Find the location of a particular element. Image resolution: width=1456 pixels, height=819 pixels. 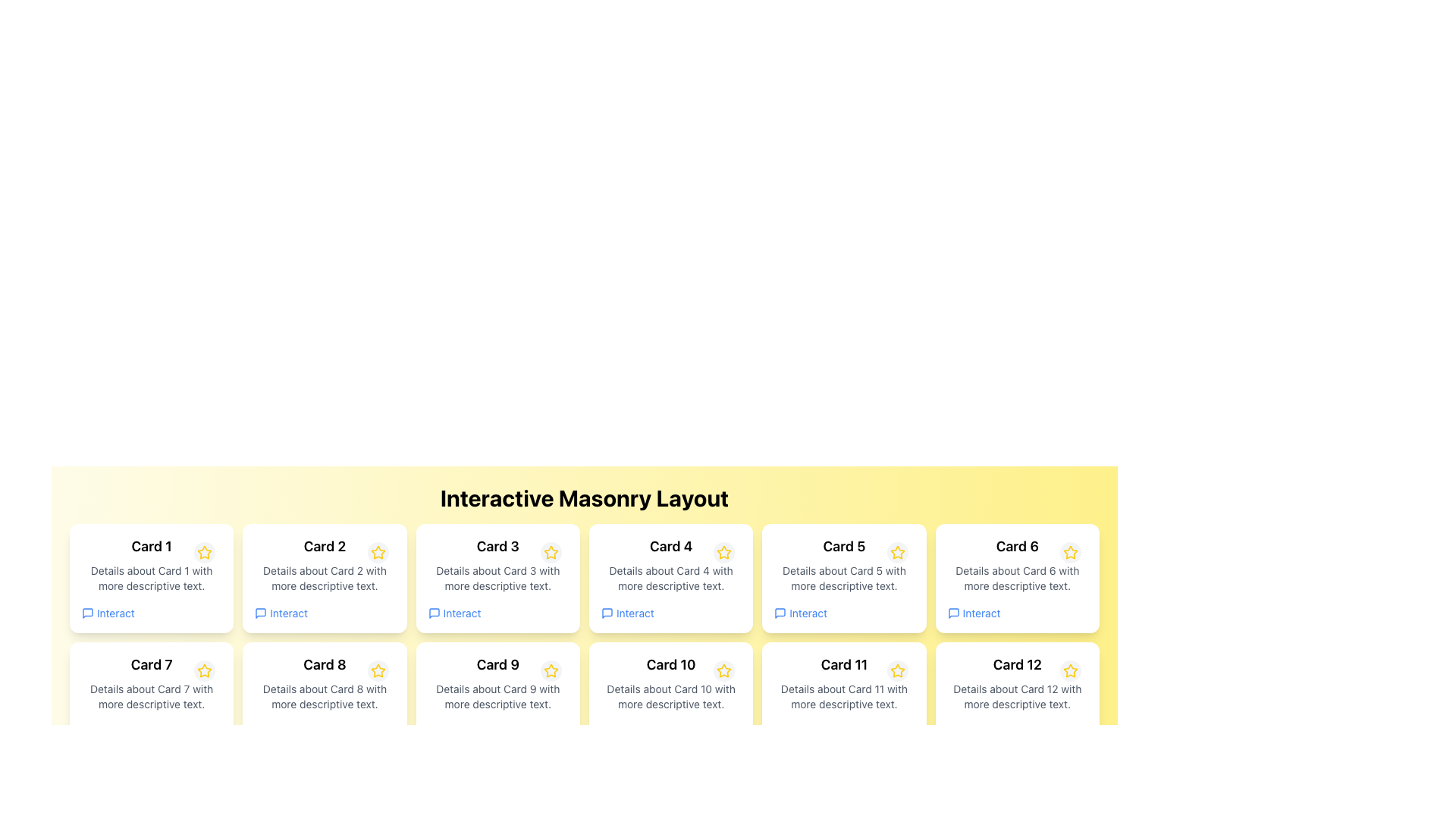

the rating star icon associated with 'Card 8' located in the fourth column of the second row of the grid to signify importance or preference is located at coordinates (378, 670).